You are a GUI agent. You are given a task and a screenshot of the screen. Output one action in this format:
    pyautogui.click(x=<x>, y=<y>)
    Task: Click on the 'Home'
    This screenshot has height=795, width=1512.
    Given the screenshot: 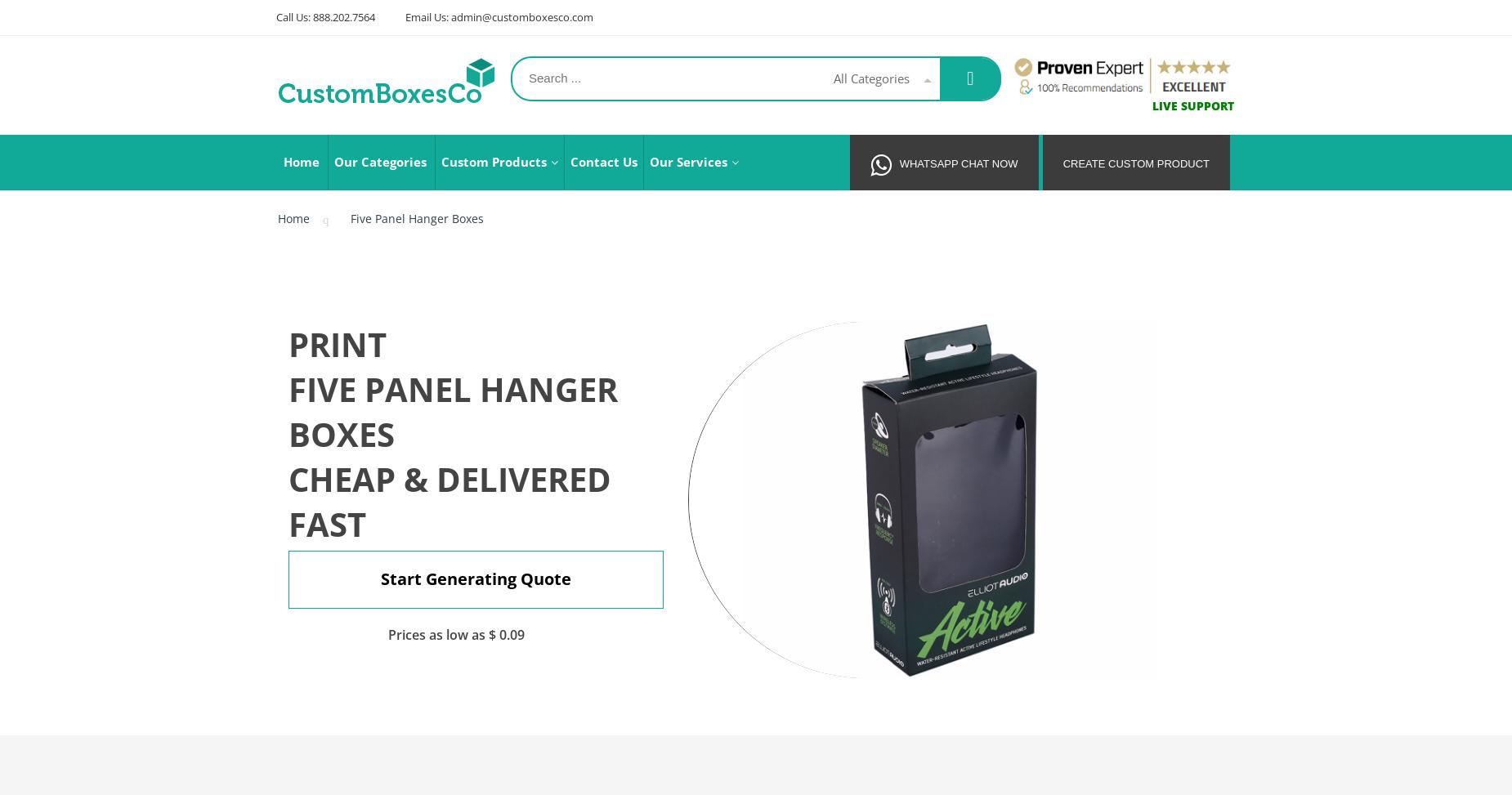 What is the action you would take?
    pyautogui.click(x=293, y=217)
    